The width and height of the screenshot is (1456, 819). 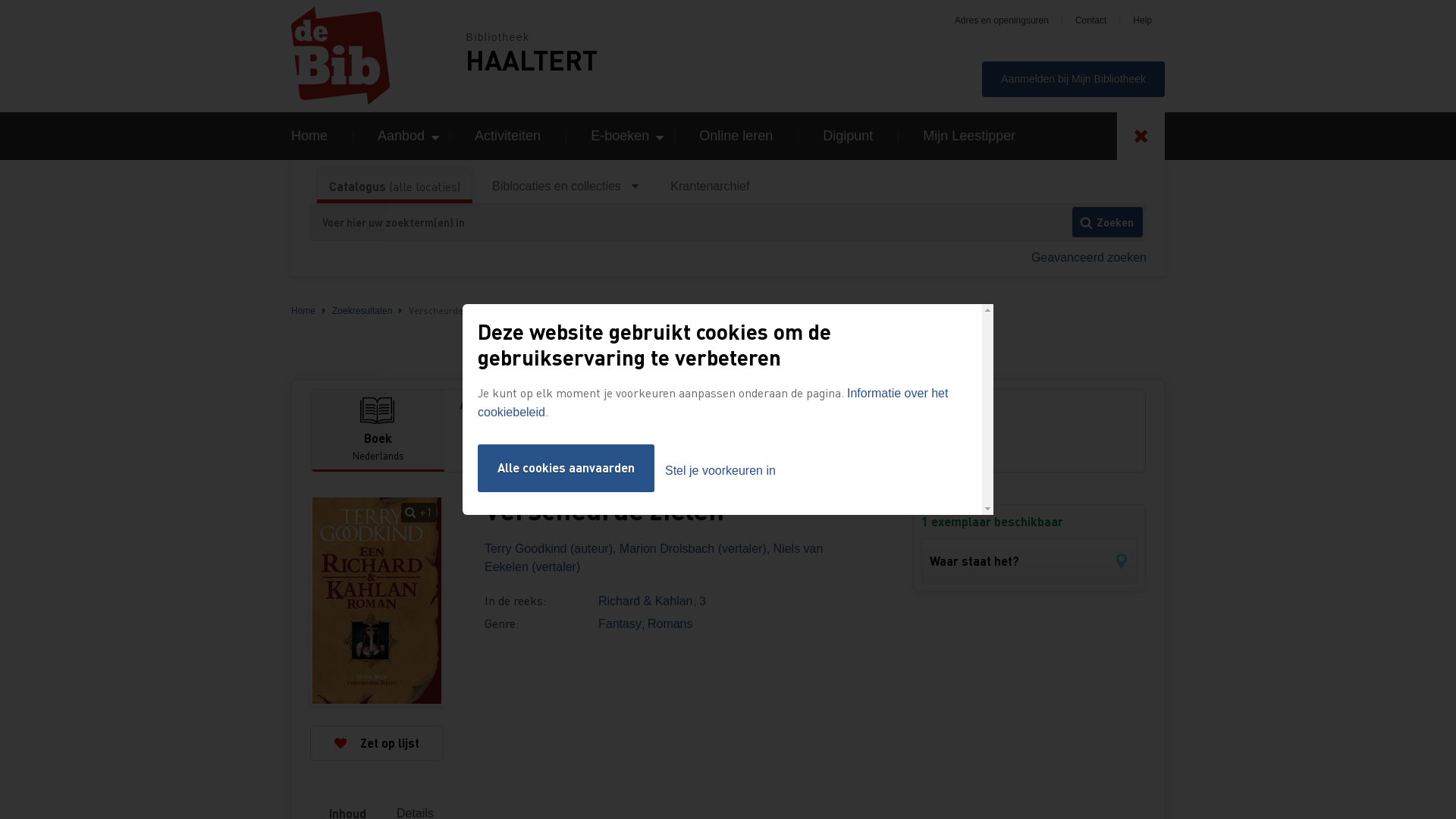 What do you see at coordinates (565, 467) in the screenshot?
I see `'Alle cookies aanvaarden'` at bounding box center [565, 467].